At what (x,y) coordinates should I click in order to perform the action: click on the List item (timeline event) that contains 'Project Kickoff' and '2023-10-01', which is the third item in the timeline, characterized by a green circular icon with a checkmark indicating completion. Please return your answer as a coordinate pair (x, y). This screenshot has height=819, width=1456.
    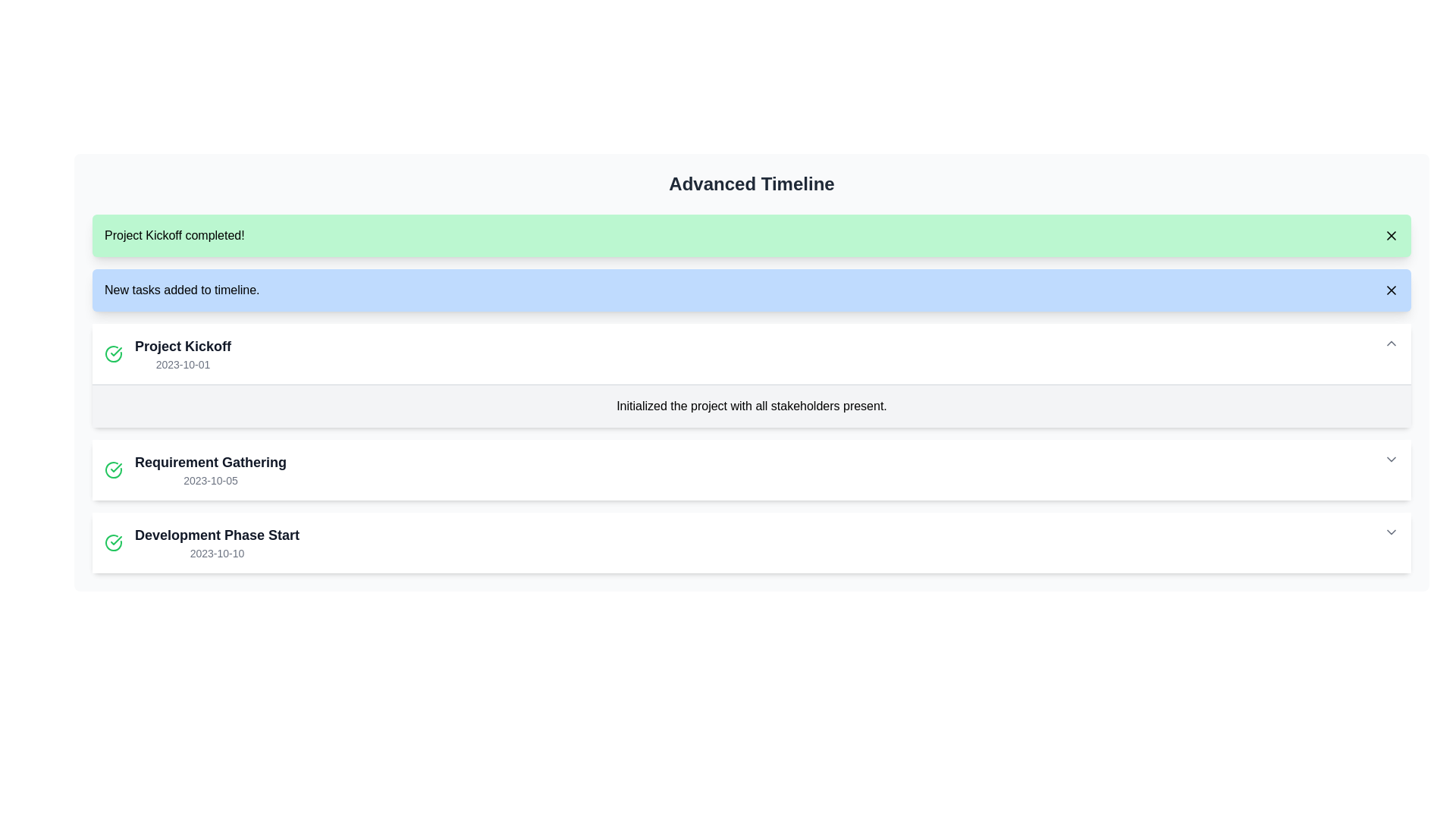
    Looking at the image, I should click on (168, 353).